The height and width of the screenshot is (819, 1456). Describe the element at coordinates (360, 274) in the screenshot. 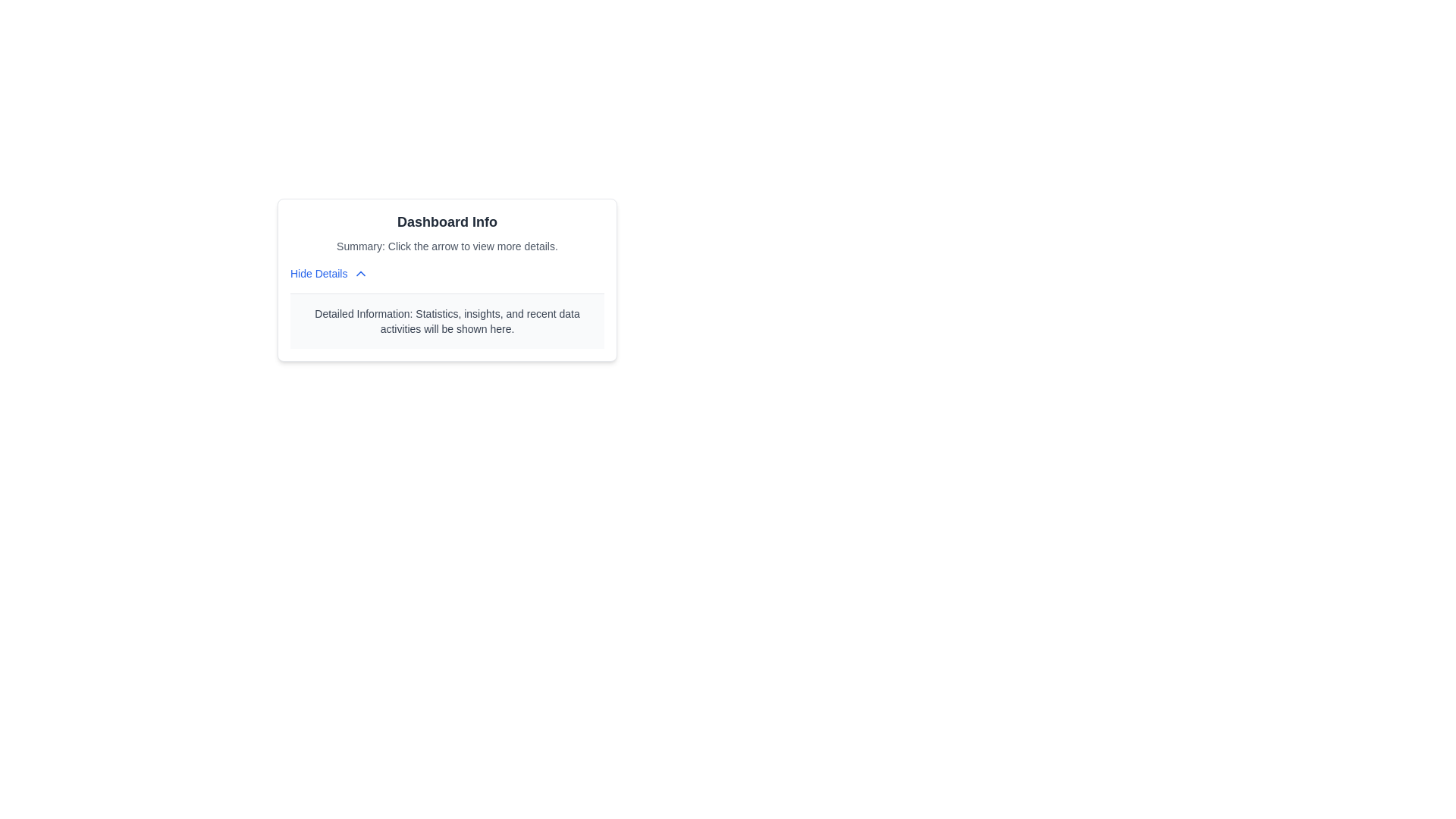

I see `the chevron icon located to the right of the 'Hide Details' text, which indicates the ability` at that location.